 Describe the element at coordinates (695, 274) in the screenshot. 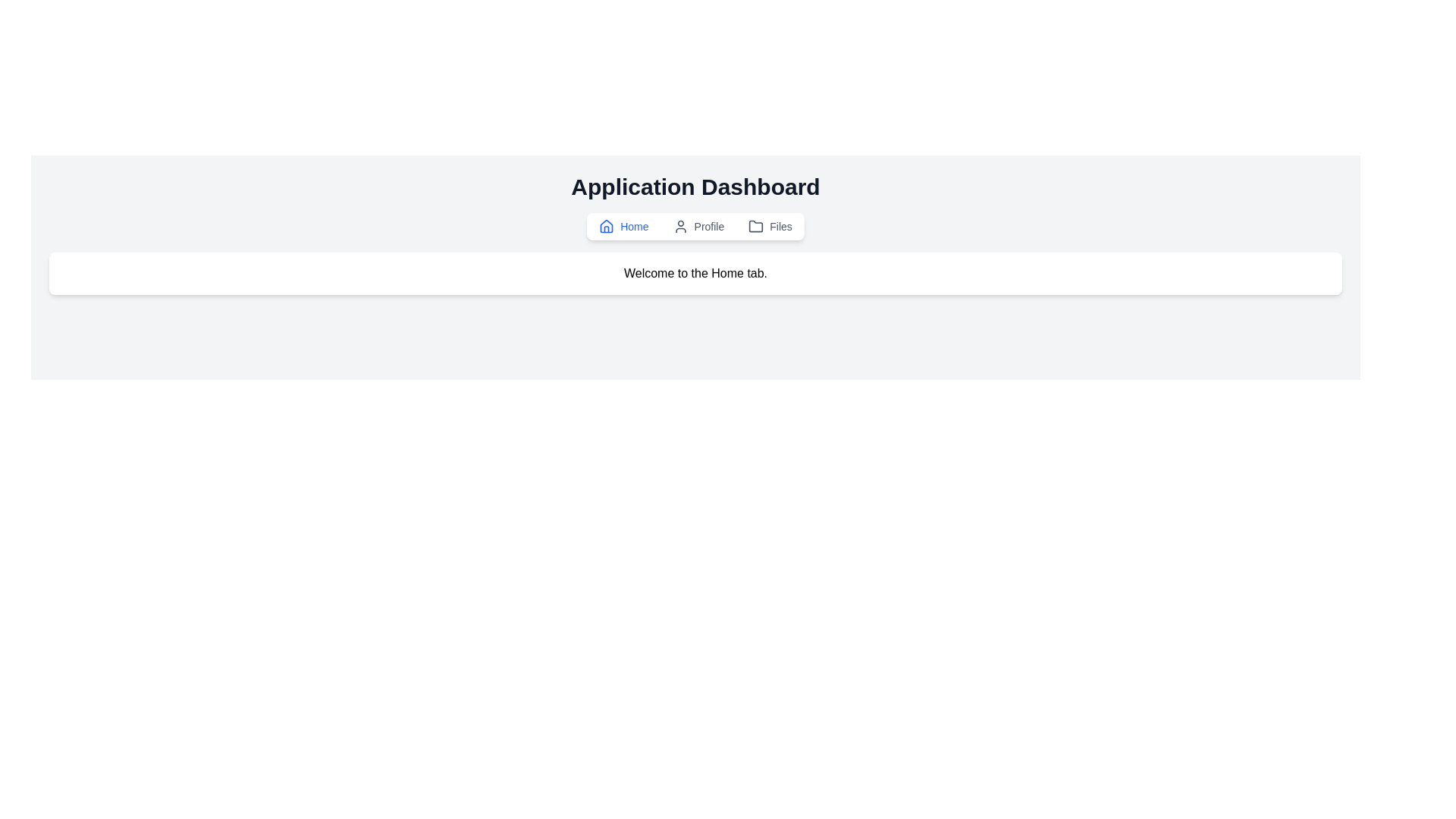

I see `the informational static text label welcoming users to the Home tab, located centrally beneath the navigation bar` at that location.